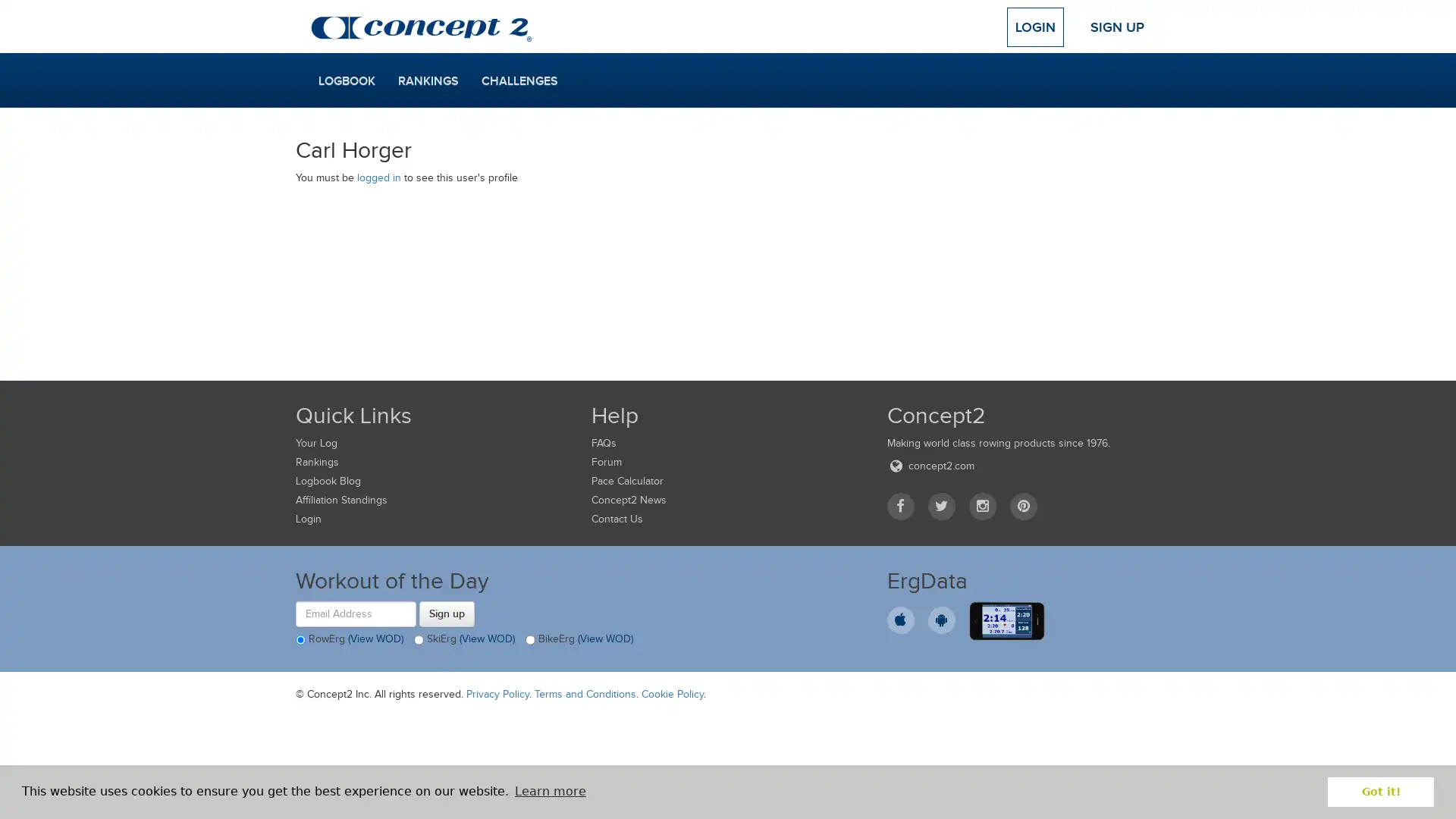  I want to click on Sign up, so click(446, 613).